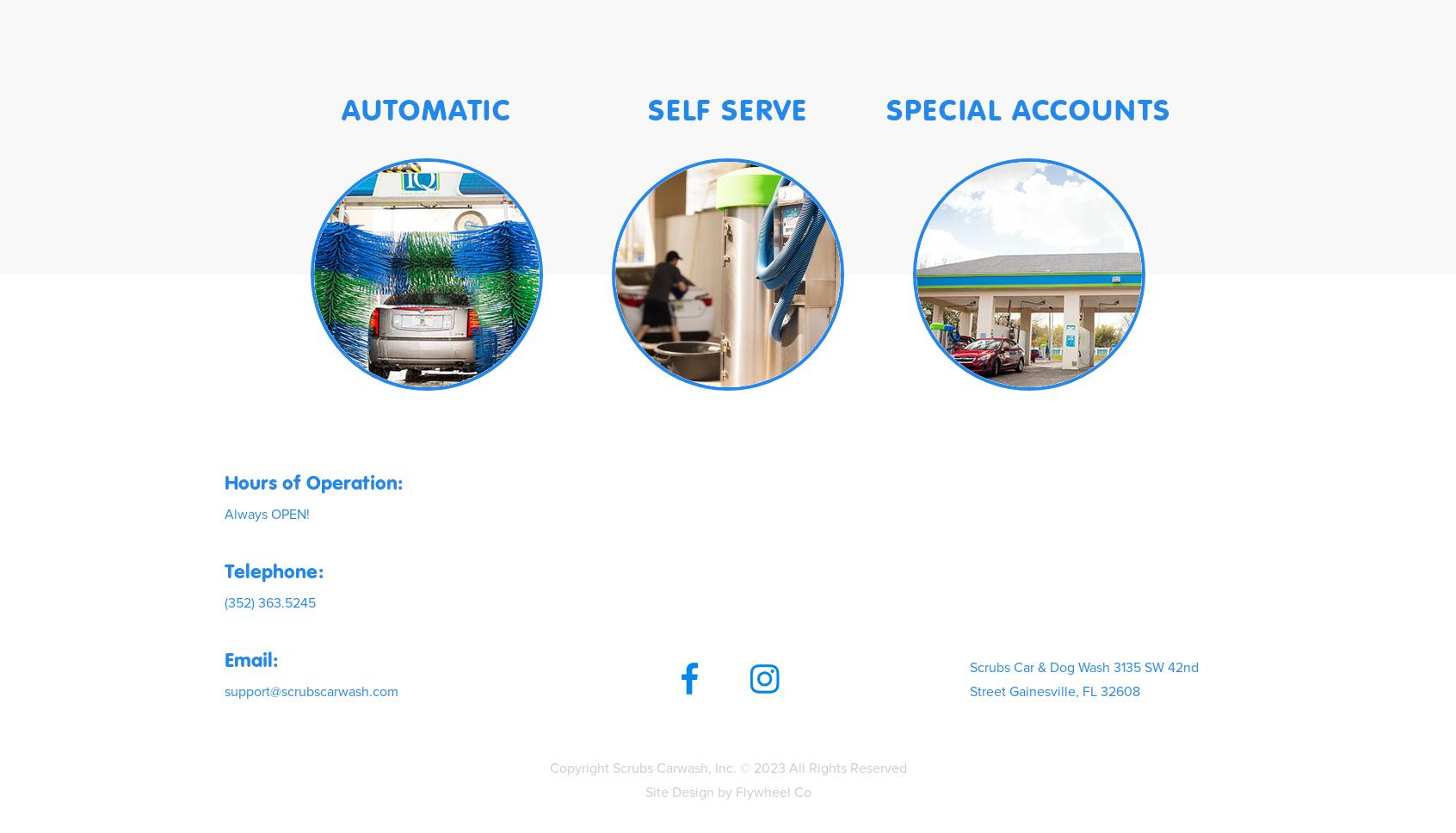  What do you see at coordinates (269, 601) in the screenshot?
I see `'(352) 363.5245'` at bounding box center [269, 601].